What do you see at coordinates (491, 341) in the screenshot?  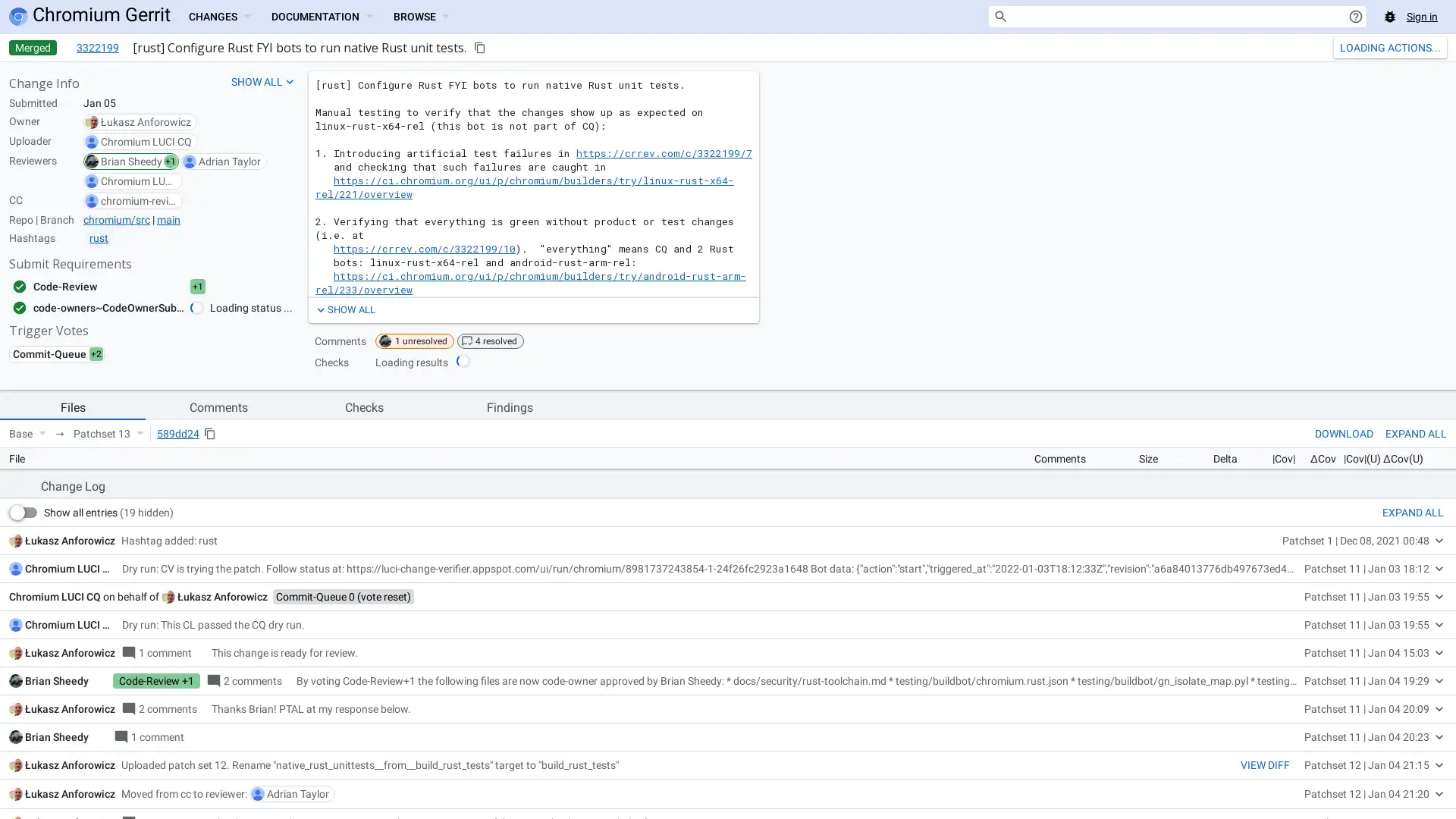 I see `4 resolved` at bounding box center [491, 341].